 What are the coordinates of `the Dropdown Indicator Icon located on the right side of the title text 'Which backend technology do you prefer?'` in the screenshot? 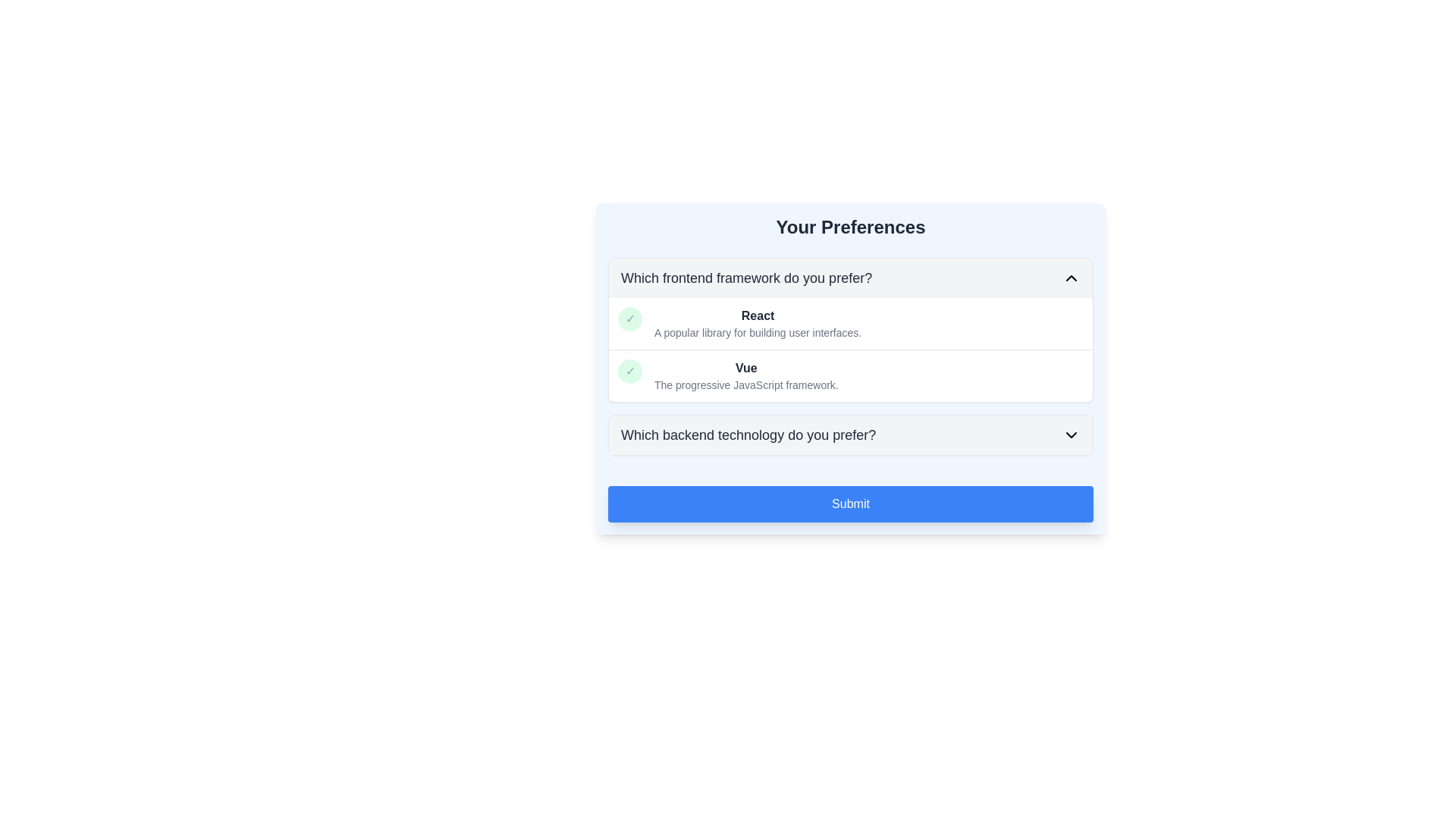 It's located at (1070, 435).